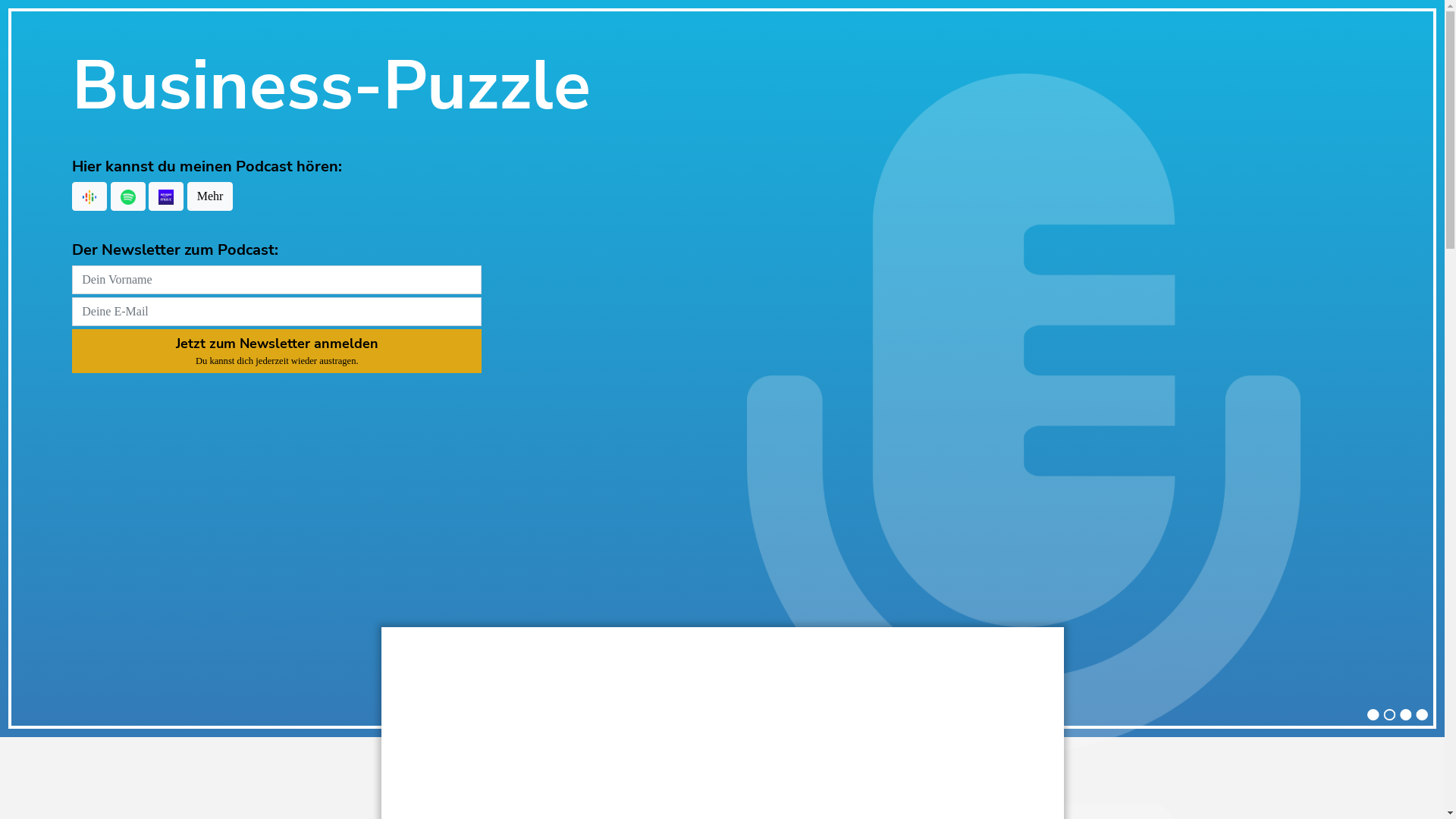  I want to click on 'Mehr', so click(186, 195).